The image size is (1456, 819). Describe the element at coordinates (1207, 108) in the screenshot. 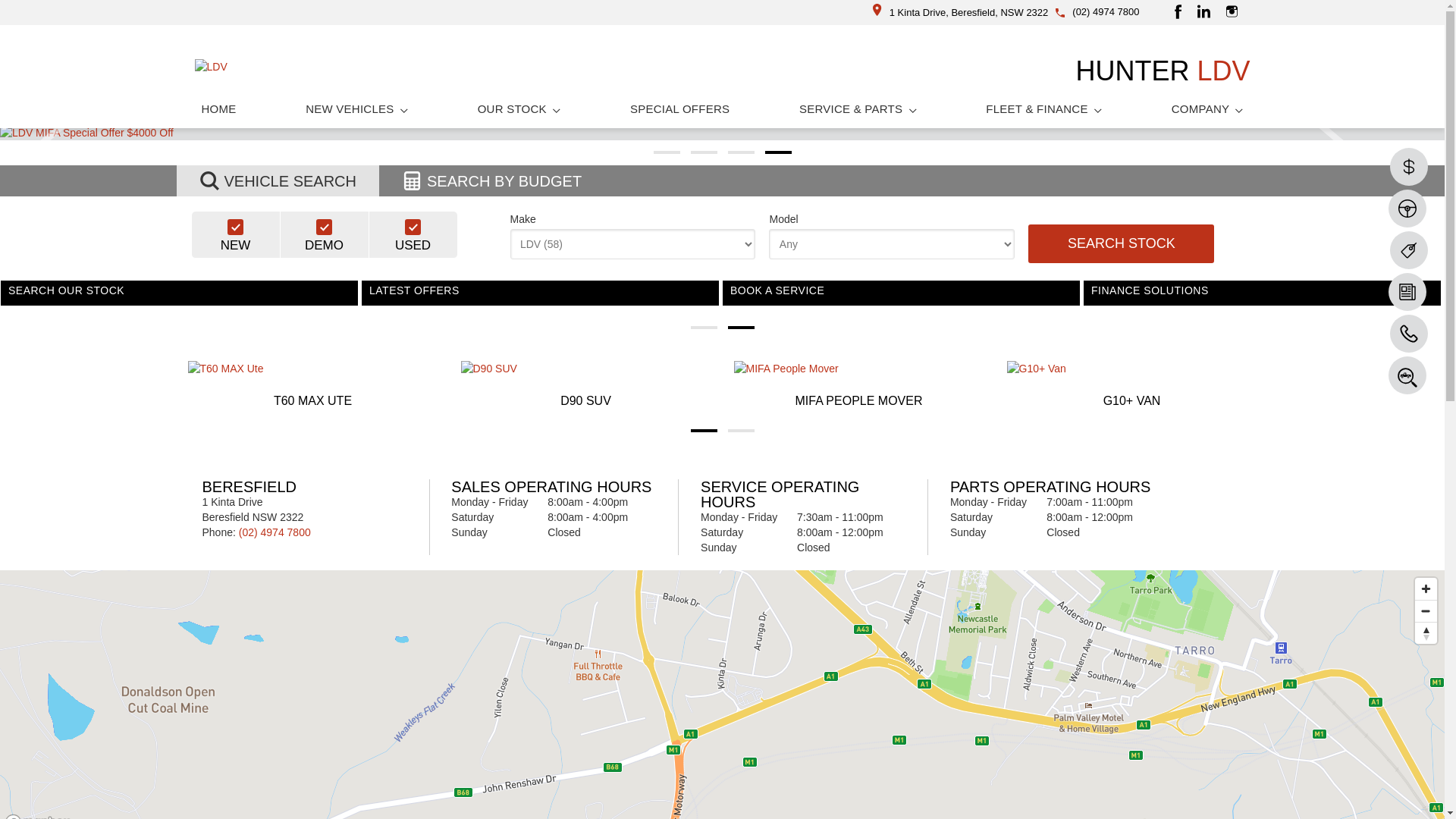

I see `'COMPANY'` at that location.